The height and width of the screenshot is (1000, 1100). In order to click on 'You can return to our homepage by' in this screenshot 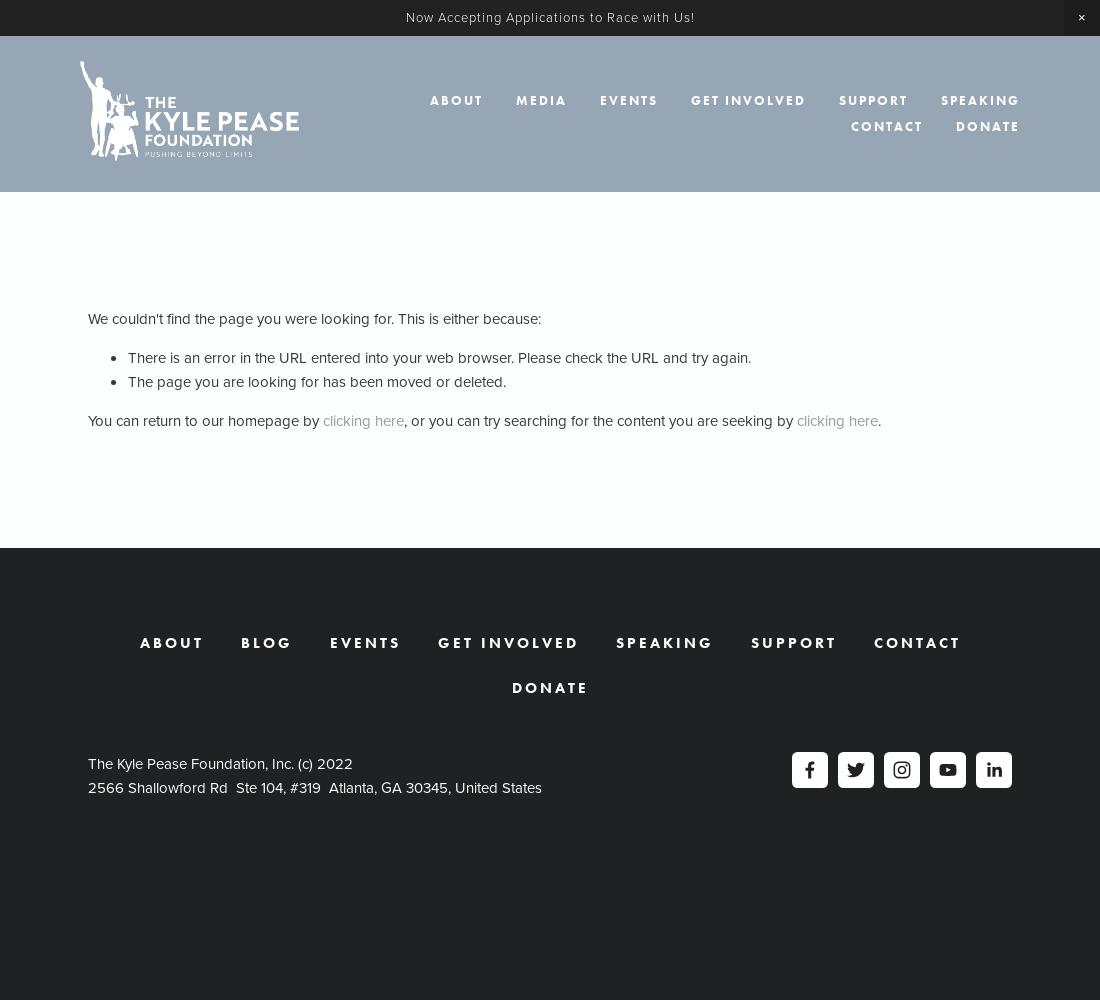, I will do `click(204, 421)`.